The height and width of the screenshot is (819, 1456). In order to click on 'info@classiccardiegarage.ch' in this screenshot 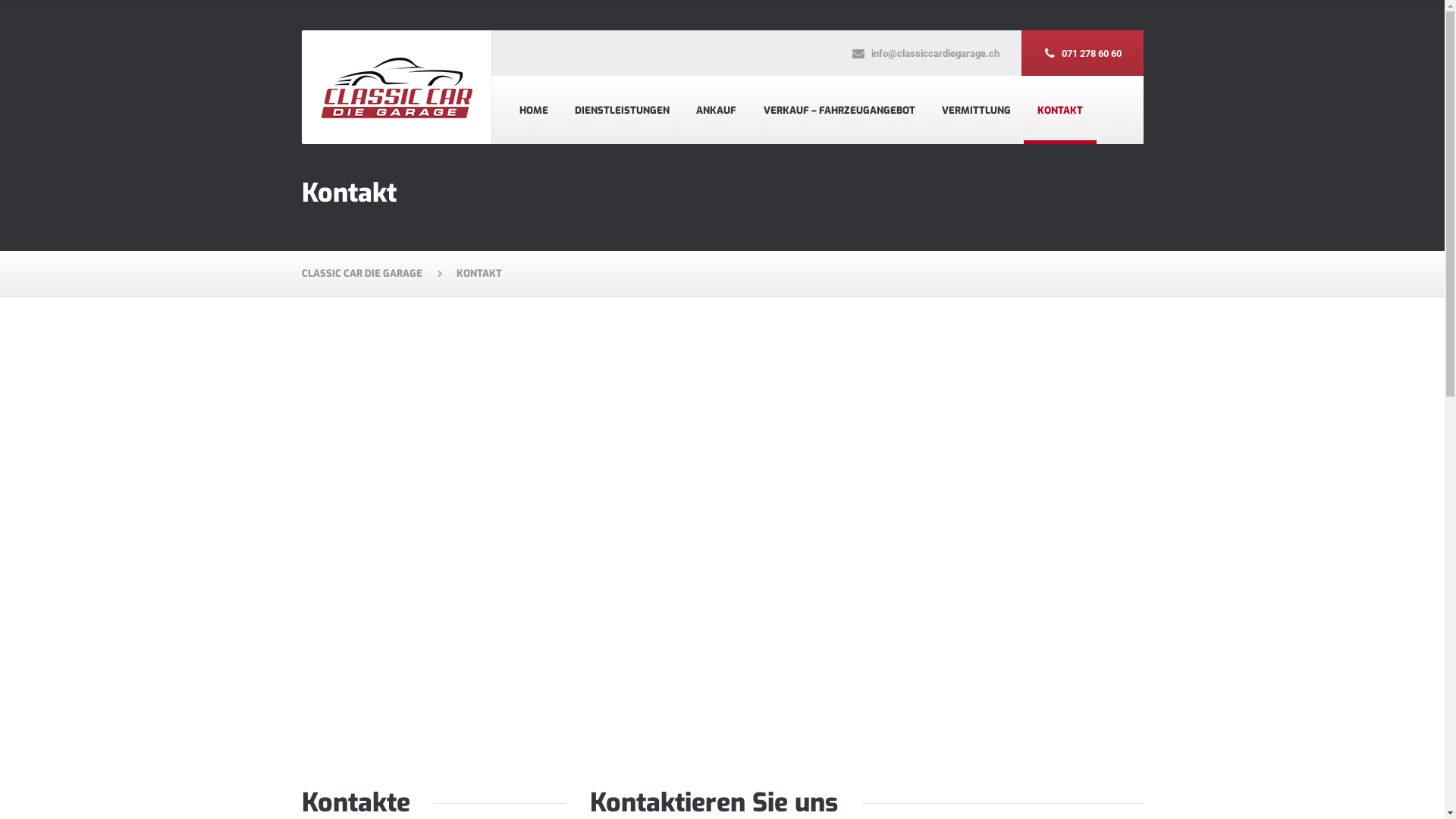, I will do `click(924, 52)`.